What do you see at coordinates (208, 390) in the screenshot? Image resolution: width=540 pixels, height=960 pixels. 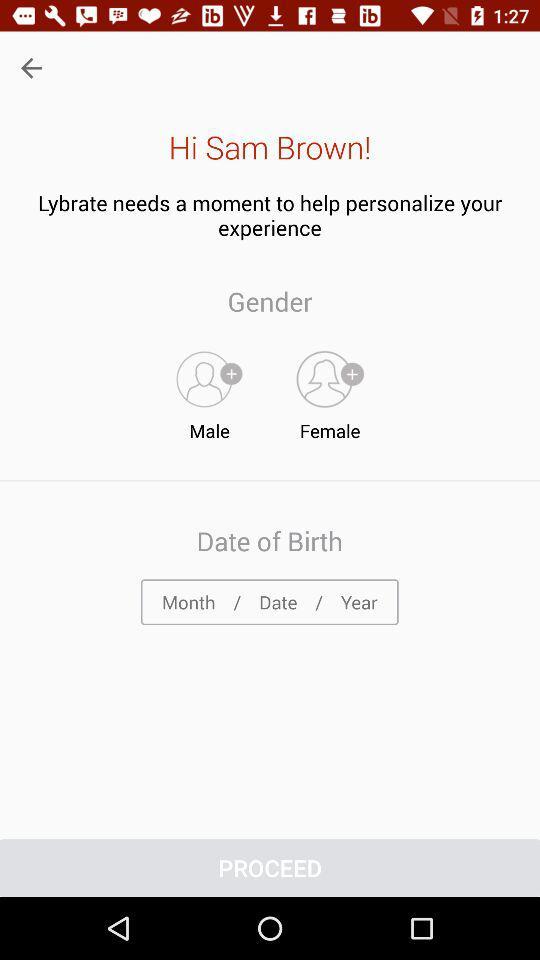 I see `male item` at bounding box center [208, 390].